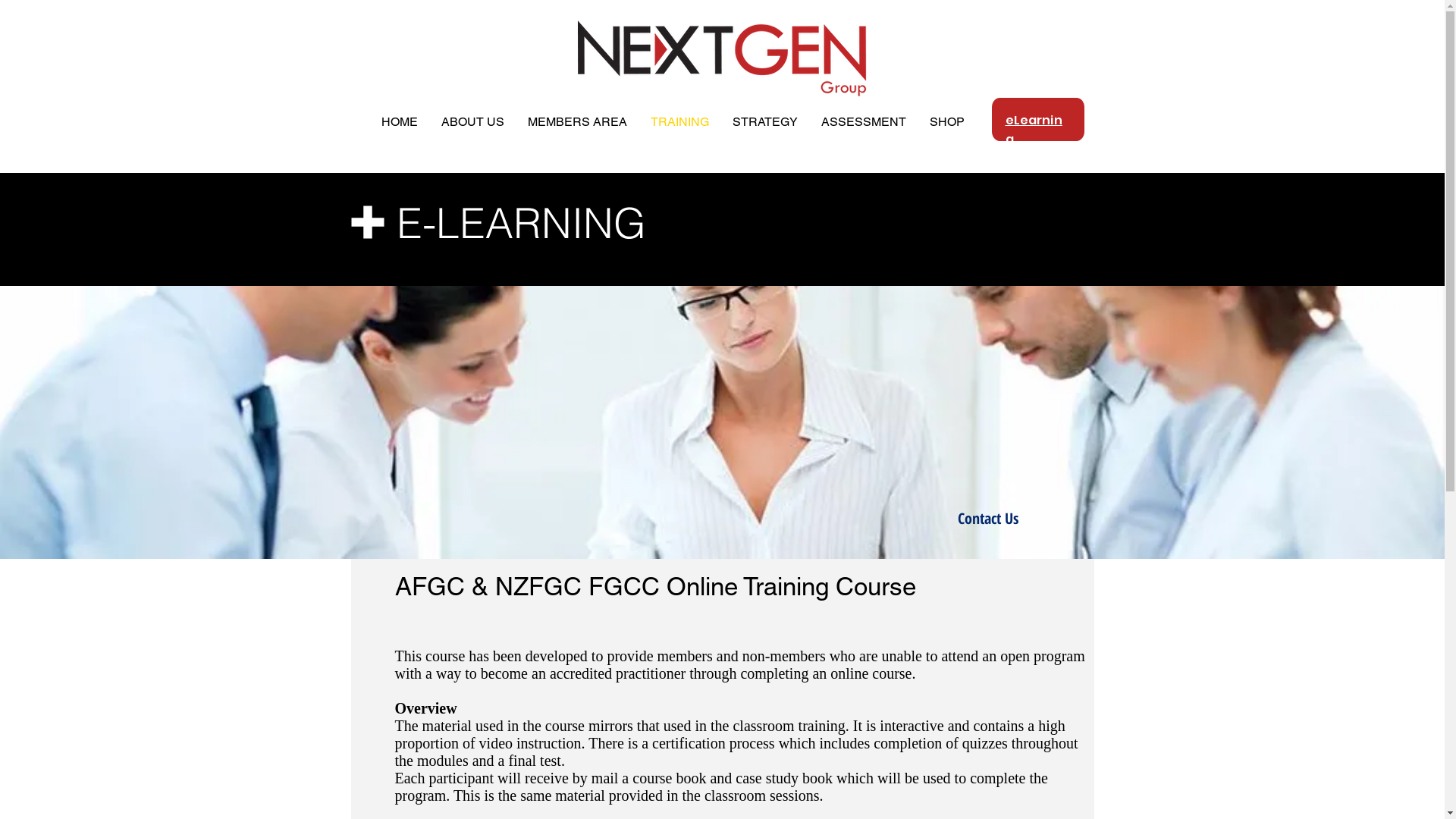 The width and height of the screenshot is (1456, 819). I want to click on 'ASSESSMENT', so click(809, 121).